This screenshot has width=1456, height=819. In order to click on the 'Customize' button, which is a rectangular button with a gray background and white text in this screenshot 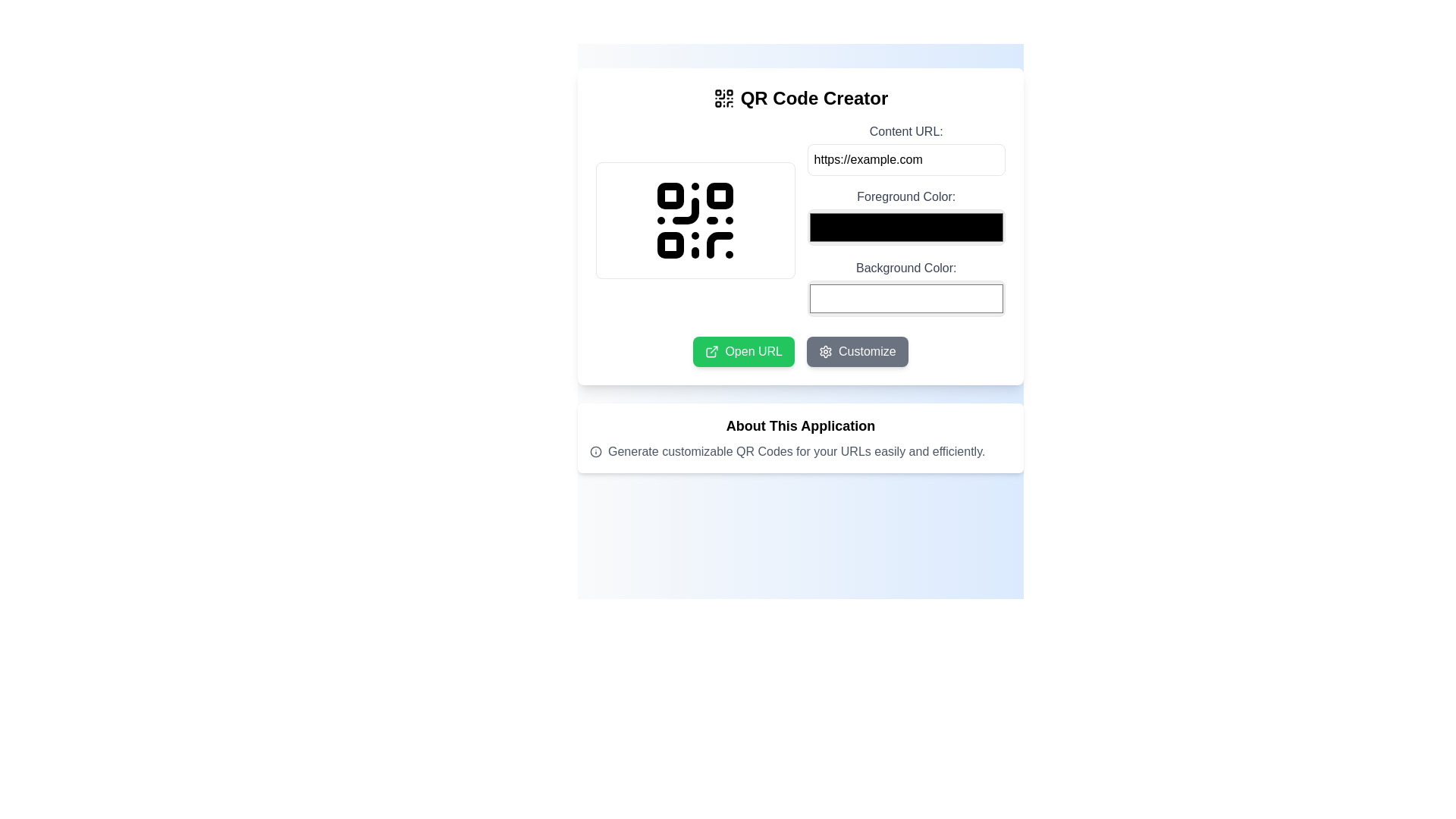, I will do `click(857, 351)`.